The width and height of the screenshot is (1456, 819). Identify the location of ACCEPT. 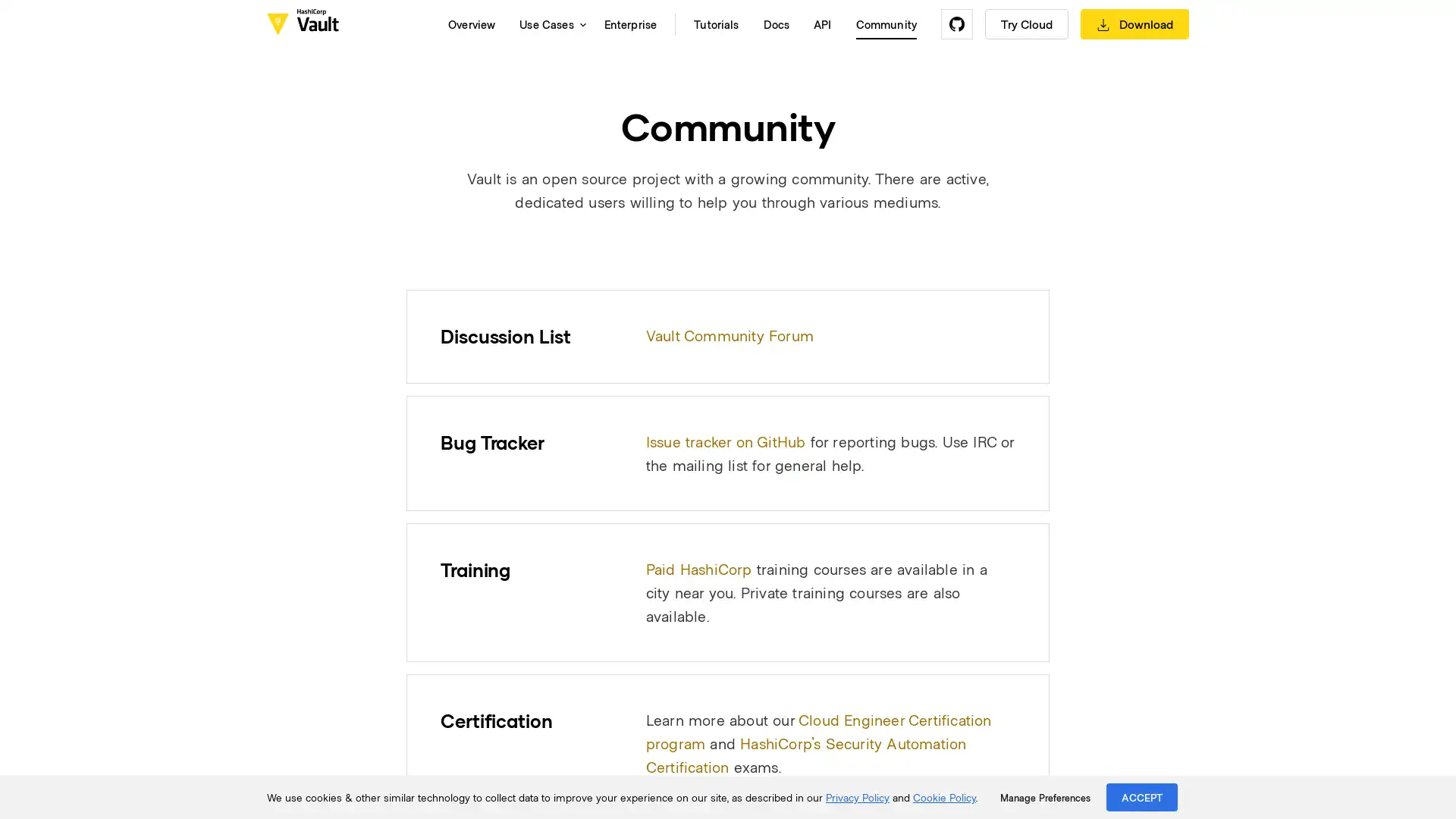
(1142, 796).